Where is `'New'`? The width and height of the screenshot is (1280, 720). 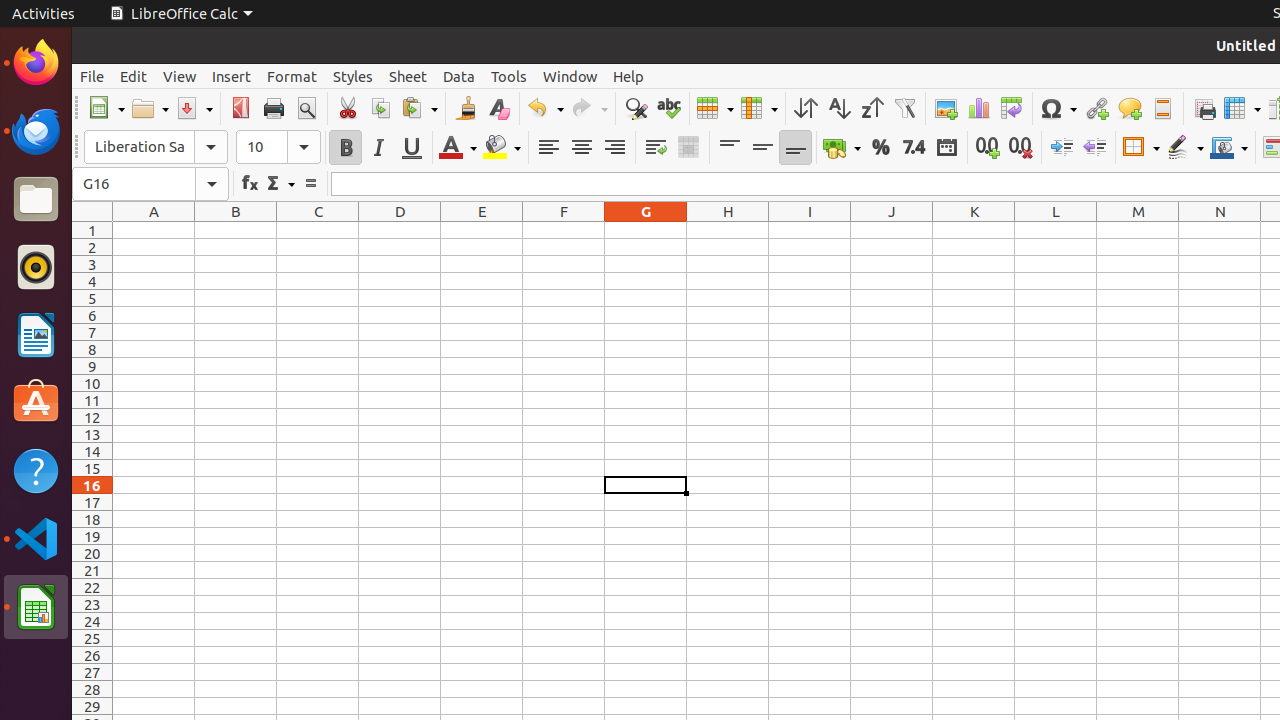 'New' is located at coordinates (104, 108).